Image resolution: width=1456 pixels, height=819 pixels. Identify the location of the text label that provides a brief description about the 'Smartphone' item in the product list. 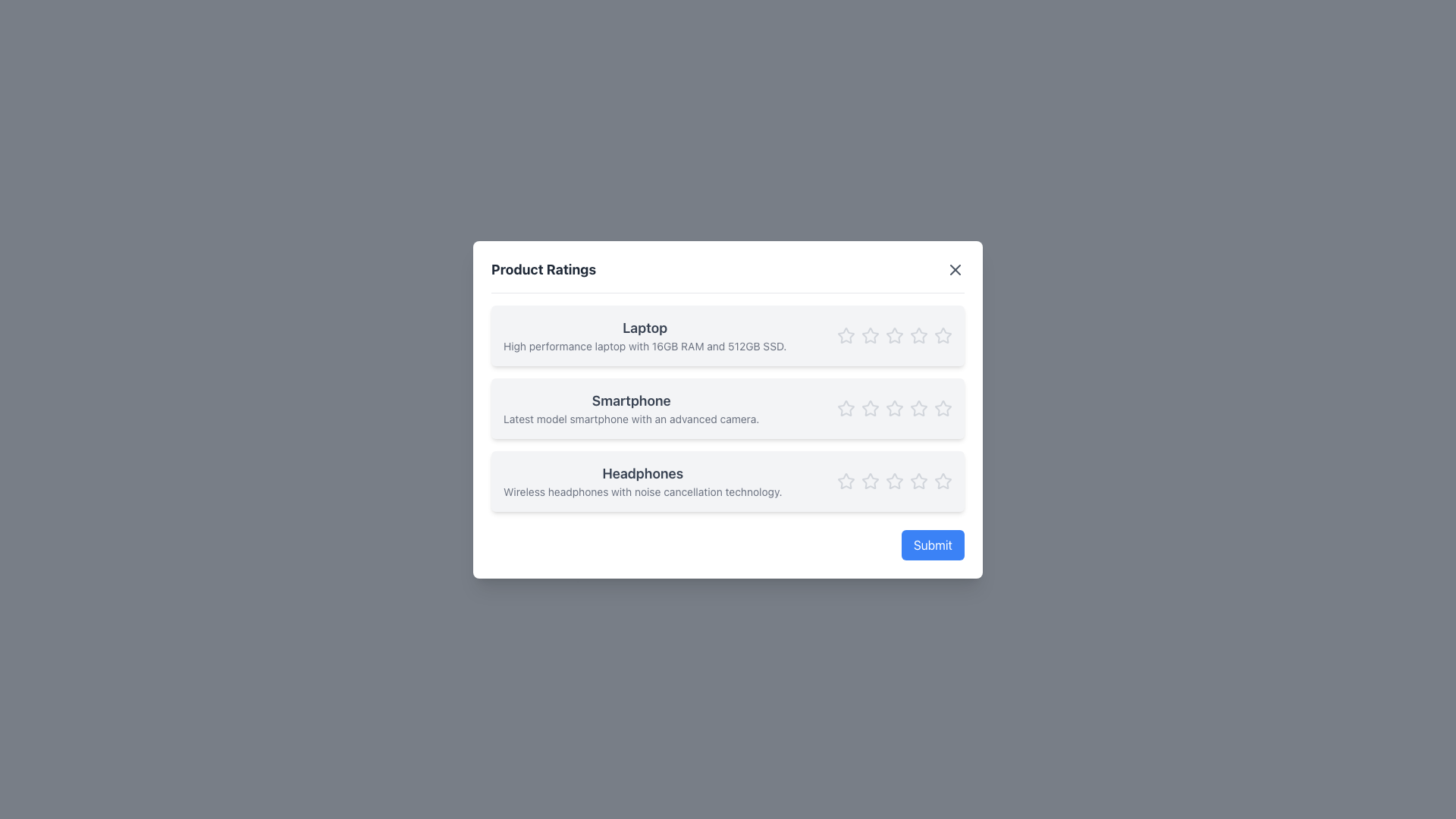
(631, 419).